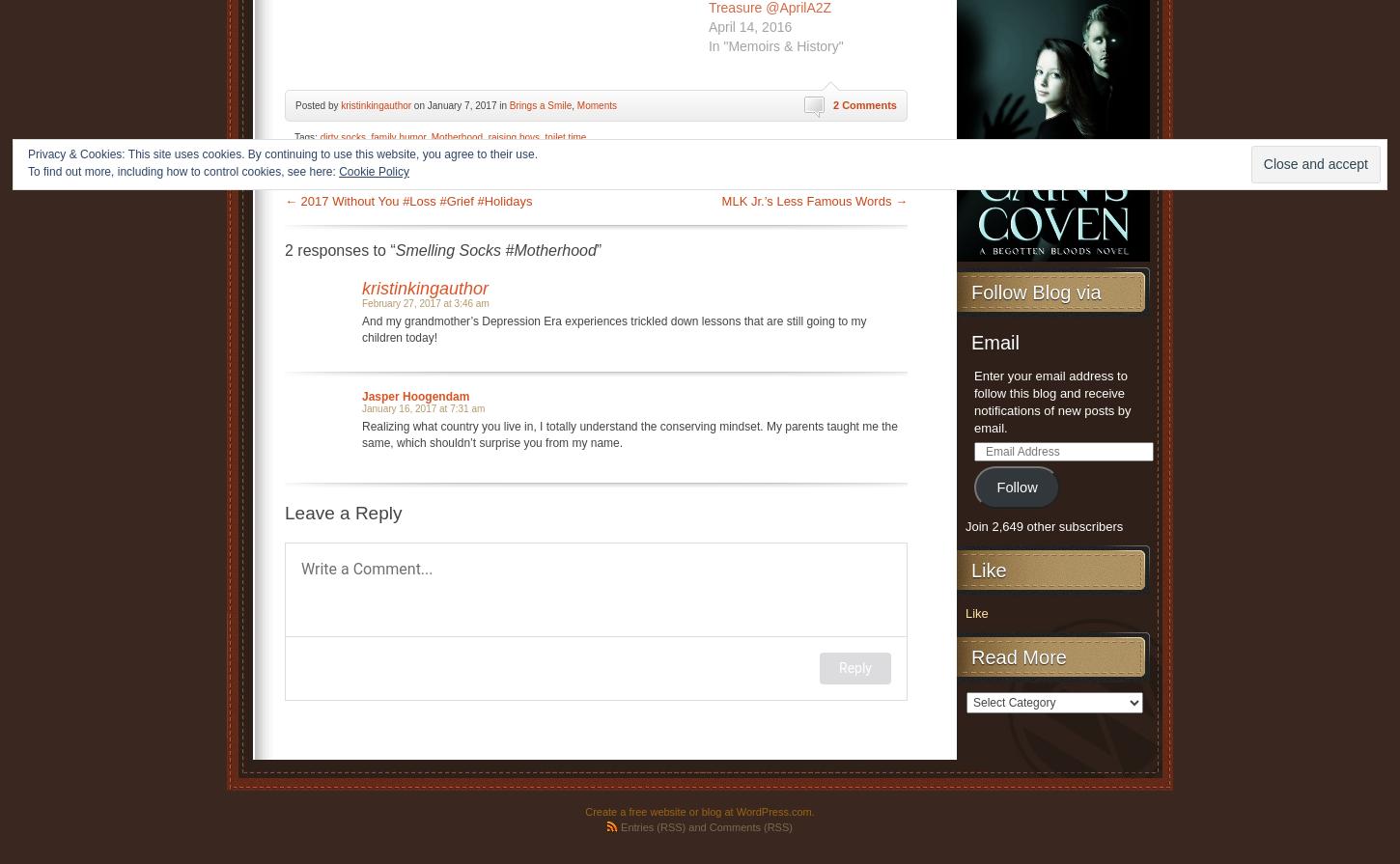 This screenshot has width=1400, height=864. Describe the element at coordinates (1036, 317) in the screenshot. I see `'Follow Blog via Email'` at that location.